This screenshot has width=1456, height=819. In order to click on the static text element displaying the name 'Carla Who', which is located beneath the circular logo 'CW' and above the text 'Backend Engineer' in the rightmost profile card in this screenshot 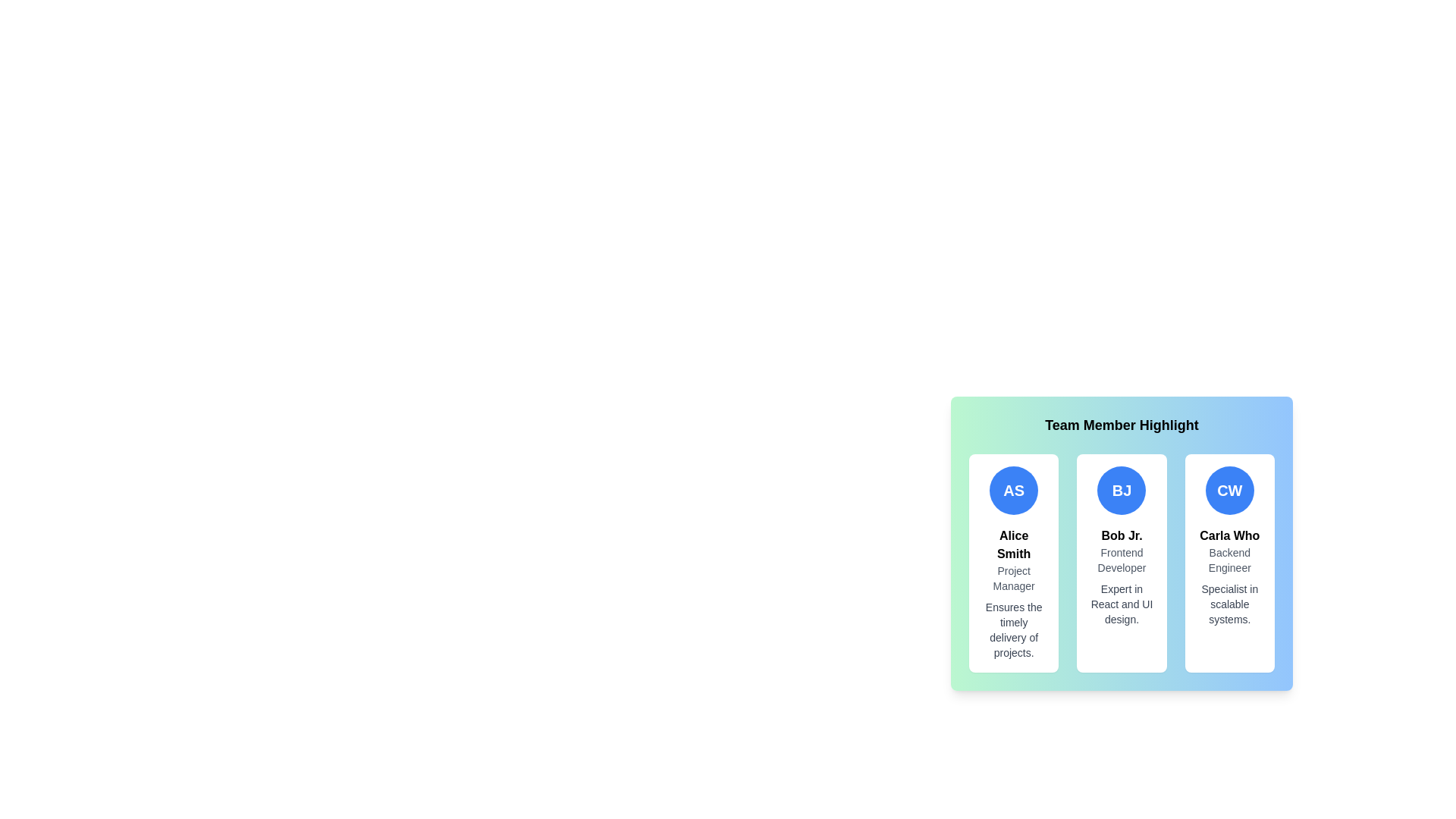, I will do `click(1229, 535)`.